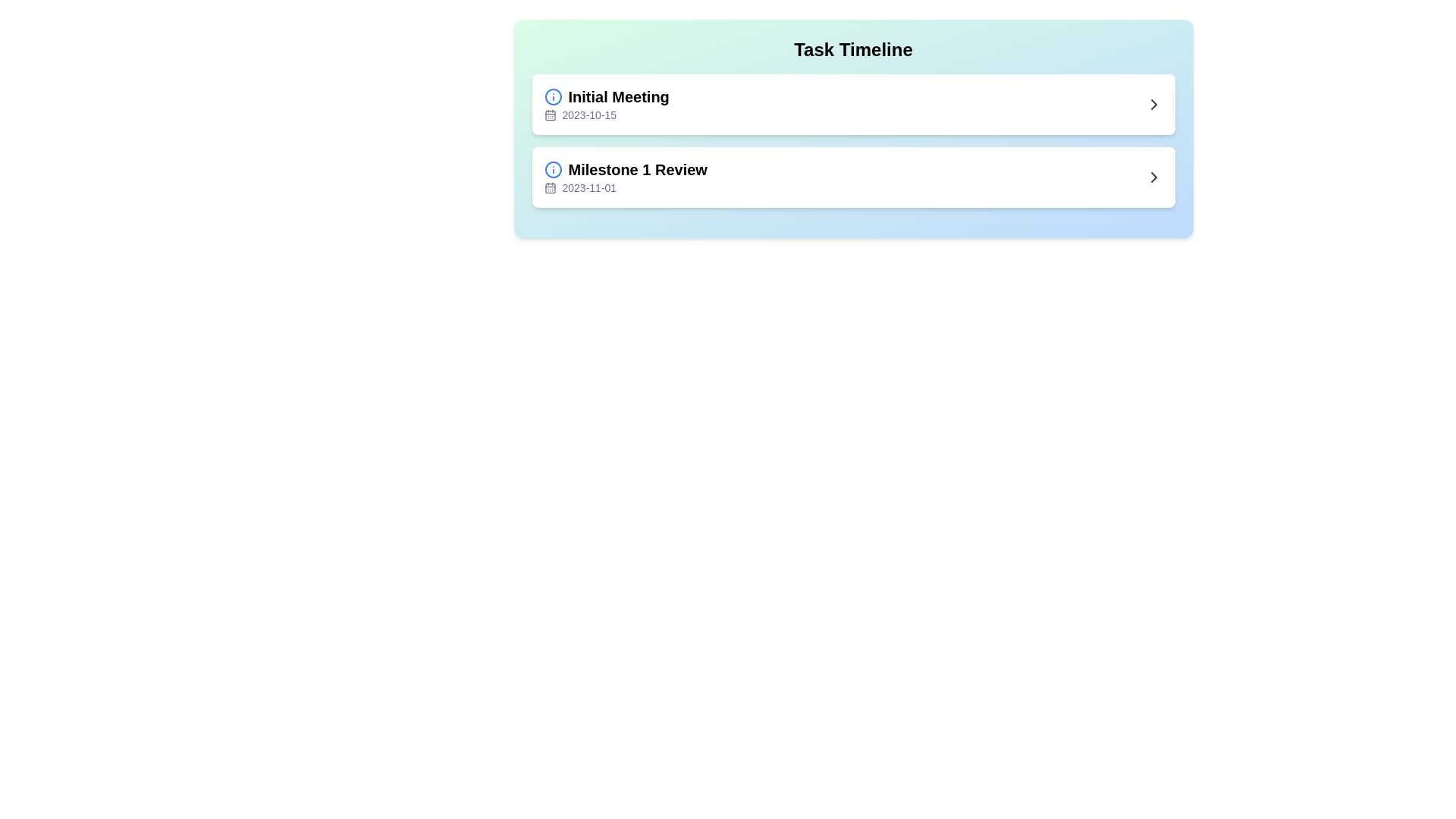  What do you see at coordinates (549, 187) in the screenshot?
I see `the calendar icon located next to the 'Milestone 1 Review' label and the date '2023-11-01'` at bounding box center [549, 187].